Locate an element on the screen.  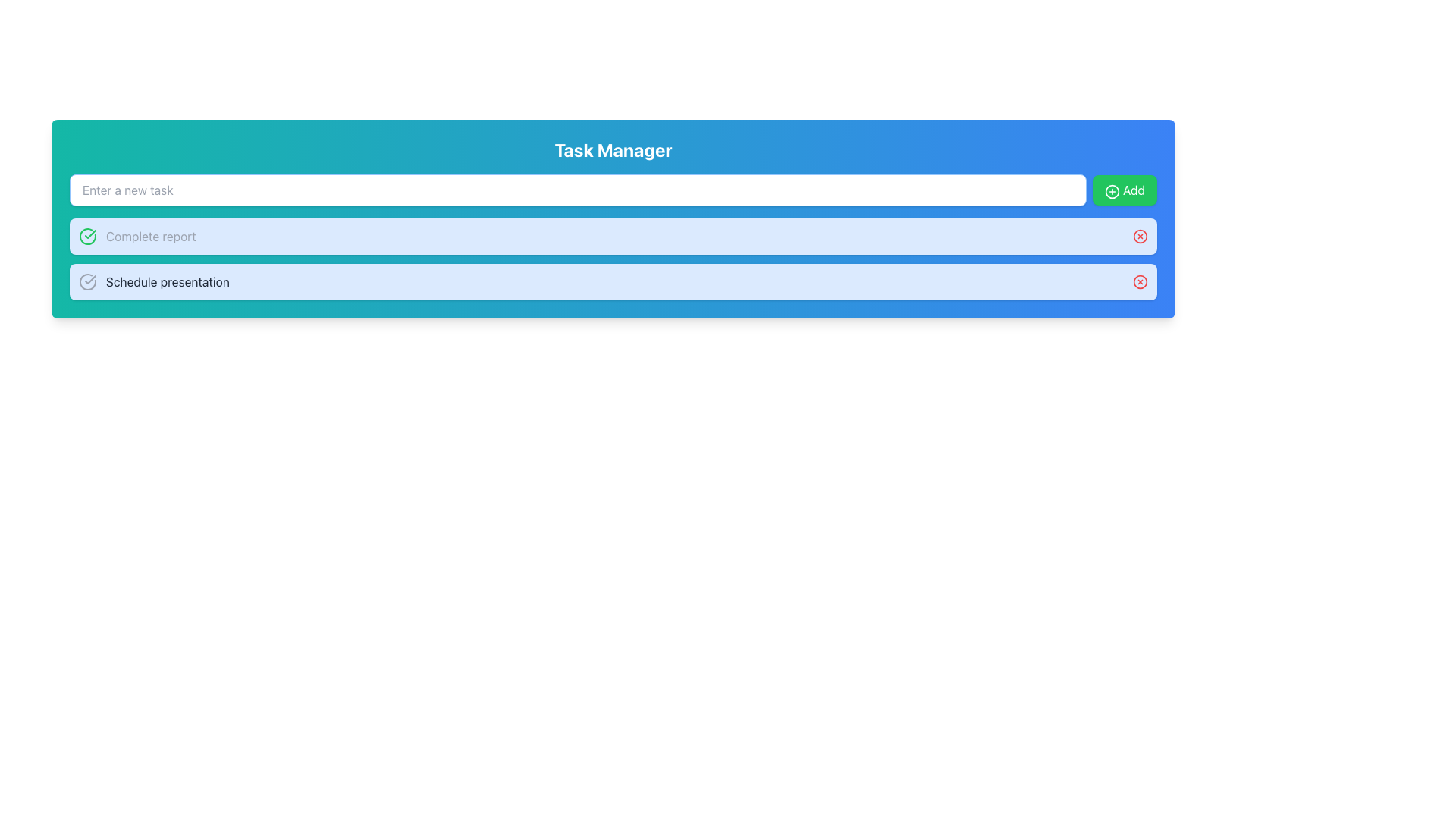
the Circle element in the SVG group, which is part of an icon indicating an action, located next to the text 'Complete report' at the second item in the task list is located at coordinates (1140, 237).